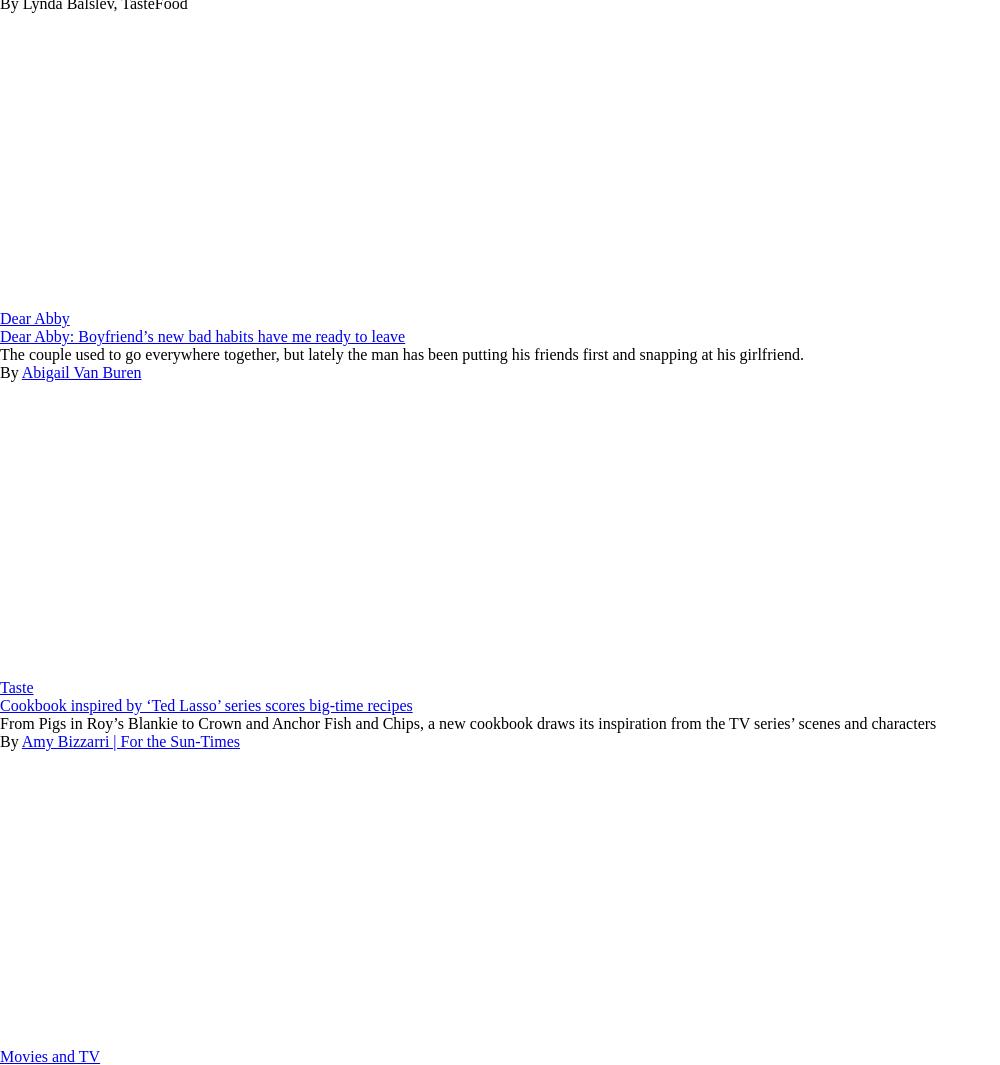 The image size is (1000, 1065). I want to click on 'Cookbook inspired by ‘Ted Lasso’ series scores big-time recipes', so click(205, 705).